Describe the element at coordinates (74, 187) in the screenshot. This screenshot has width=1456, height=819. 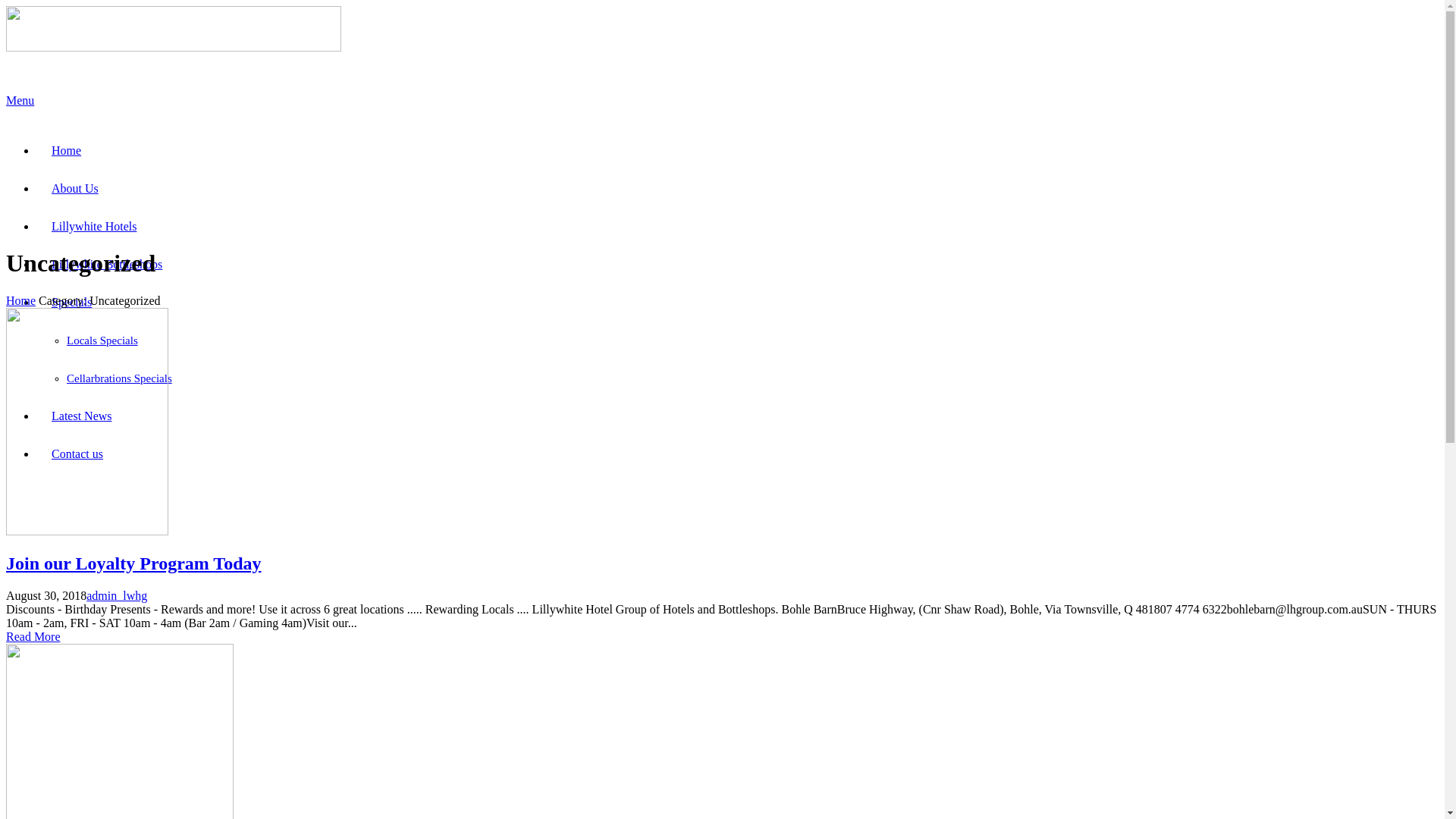
I see `'About Us'` at that location.